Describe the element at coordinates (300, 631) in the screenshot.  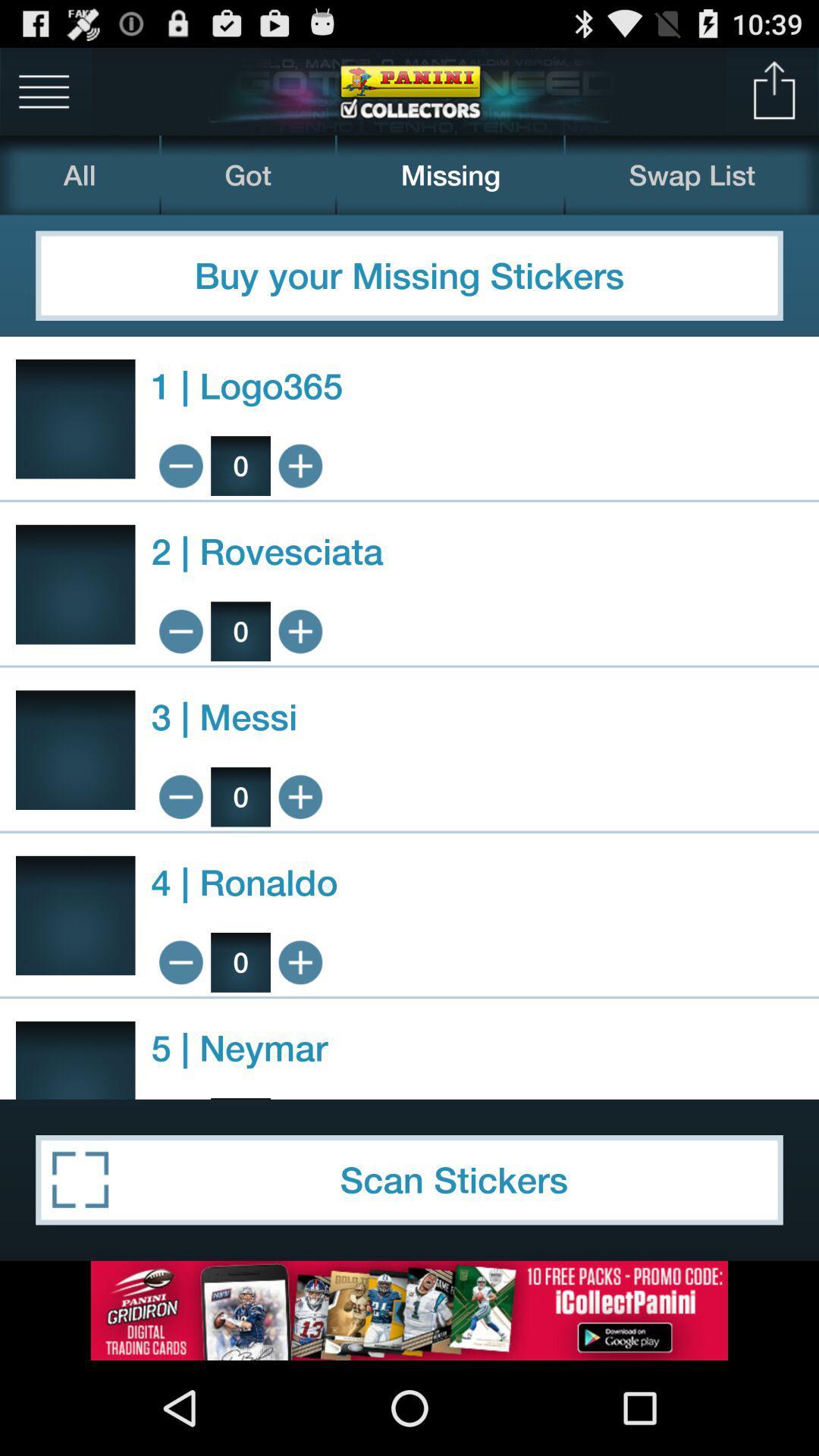
I see `to cart` at that location.